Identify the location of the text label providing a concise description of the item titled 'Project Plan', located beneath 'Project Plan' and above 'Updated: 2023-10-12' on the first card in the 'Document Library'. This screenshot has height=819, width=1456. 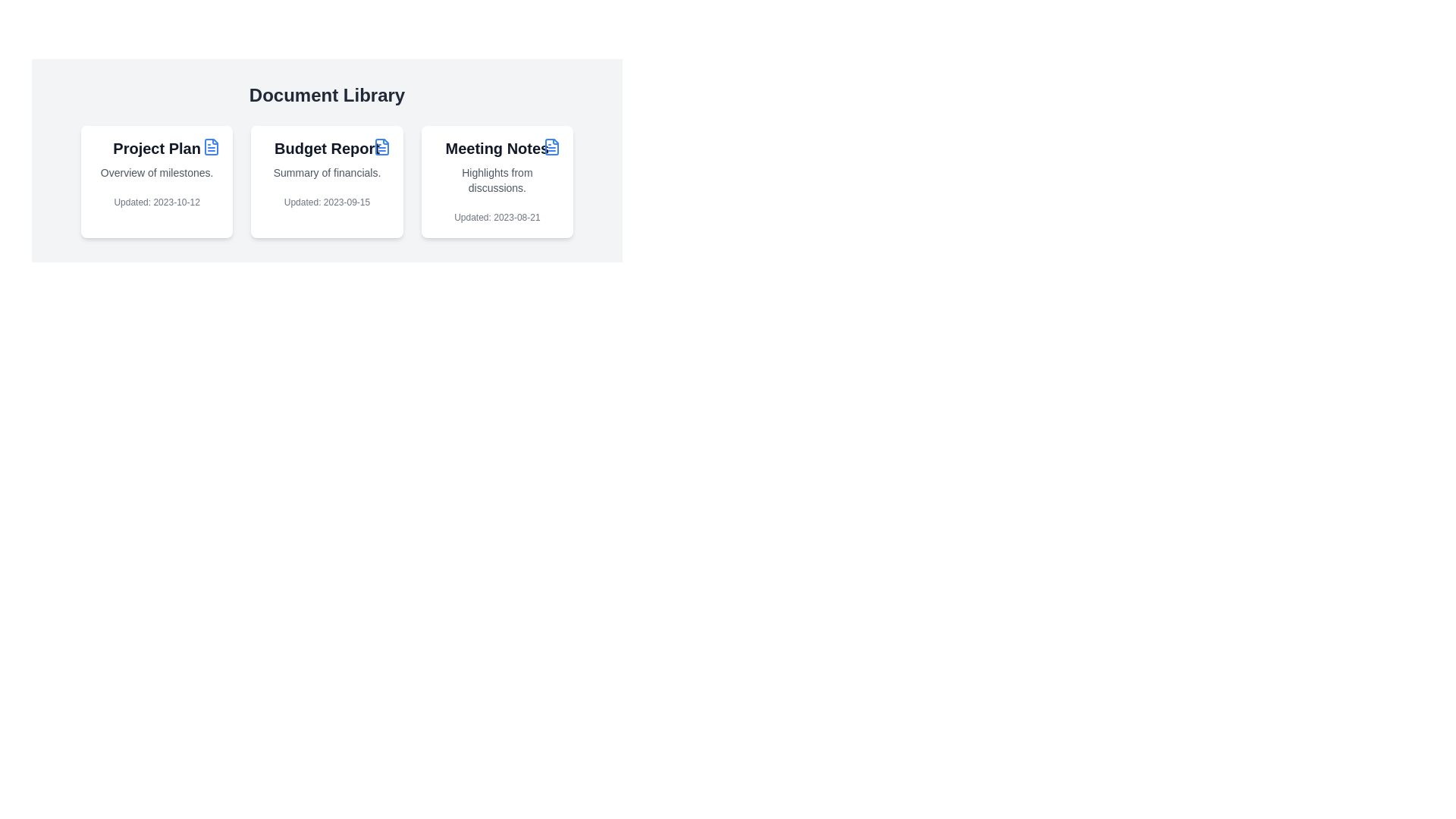
(157, 171).